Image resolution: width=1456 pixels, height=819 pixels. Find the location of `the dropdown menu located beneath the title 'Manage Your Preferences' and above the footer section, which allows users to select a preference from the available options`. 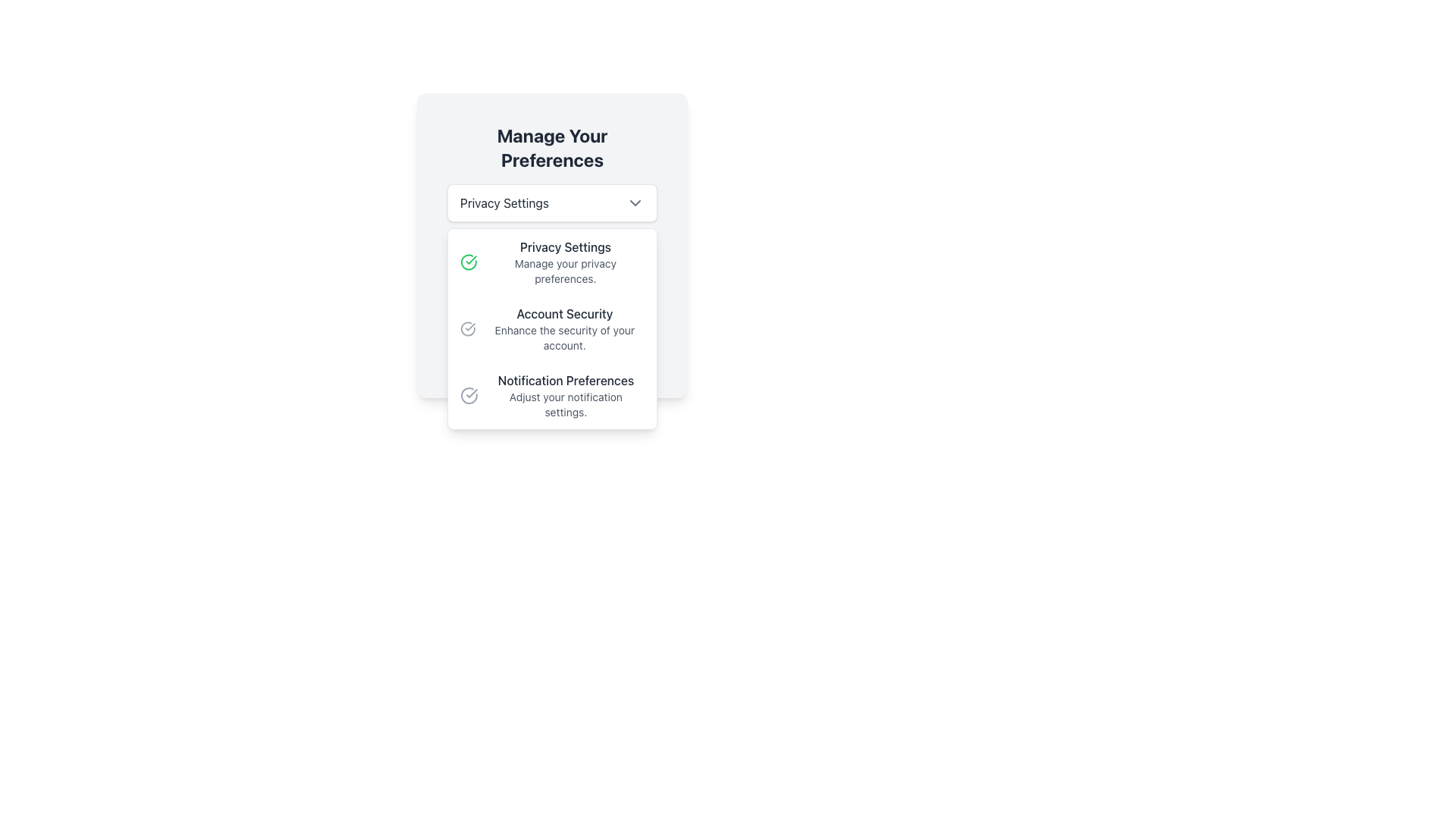

the dropdown menu located beneath the title 'Manage Your Preferences' and above the footer section, which allows users to select a preference from the available options is located at coordinates (551, 245).